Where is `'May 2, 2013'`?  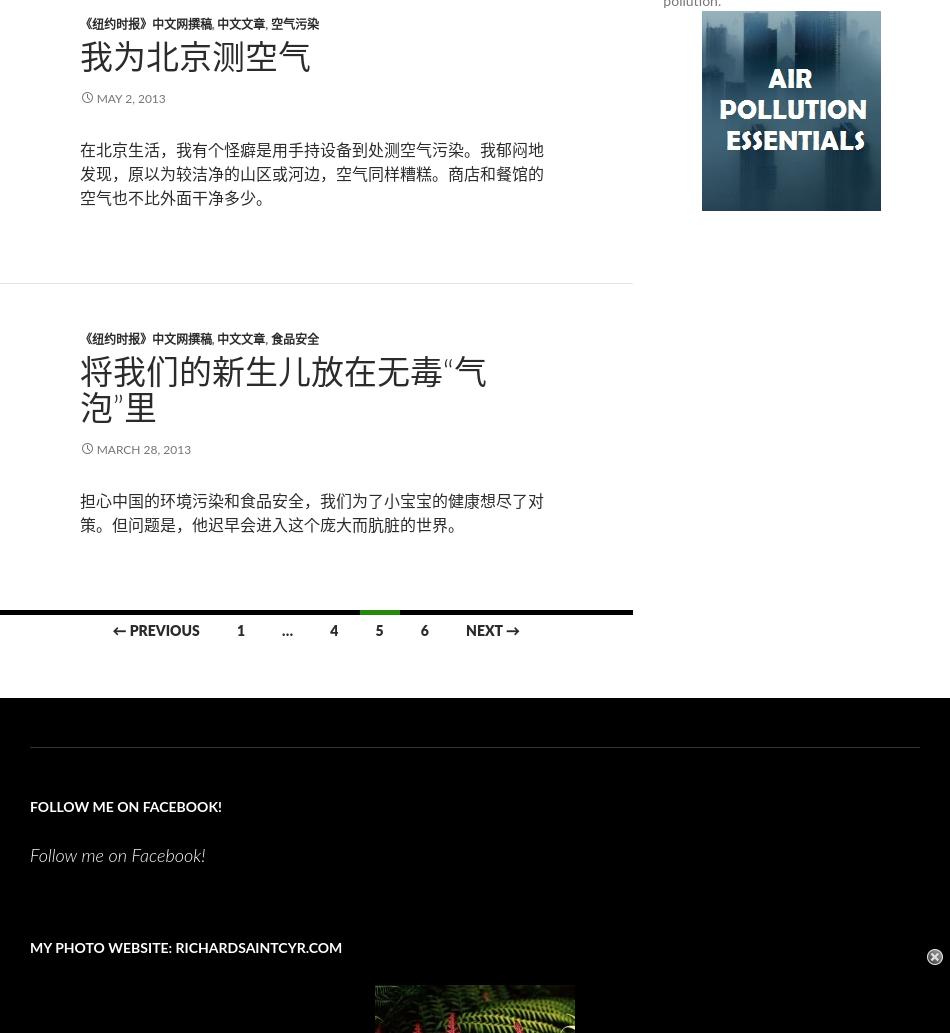
'May 2, 2013' is located at coordinates (130, 98).